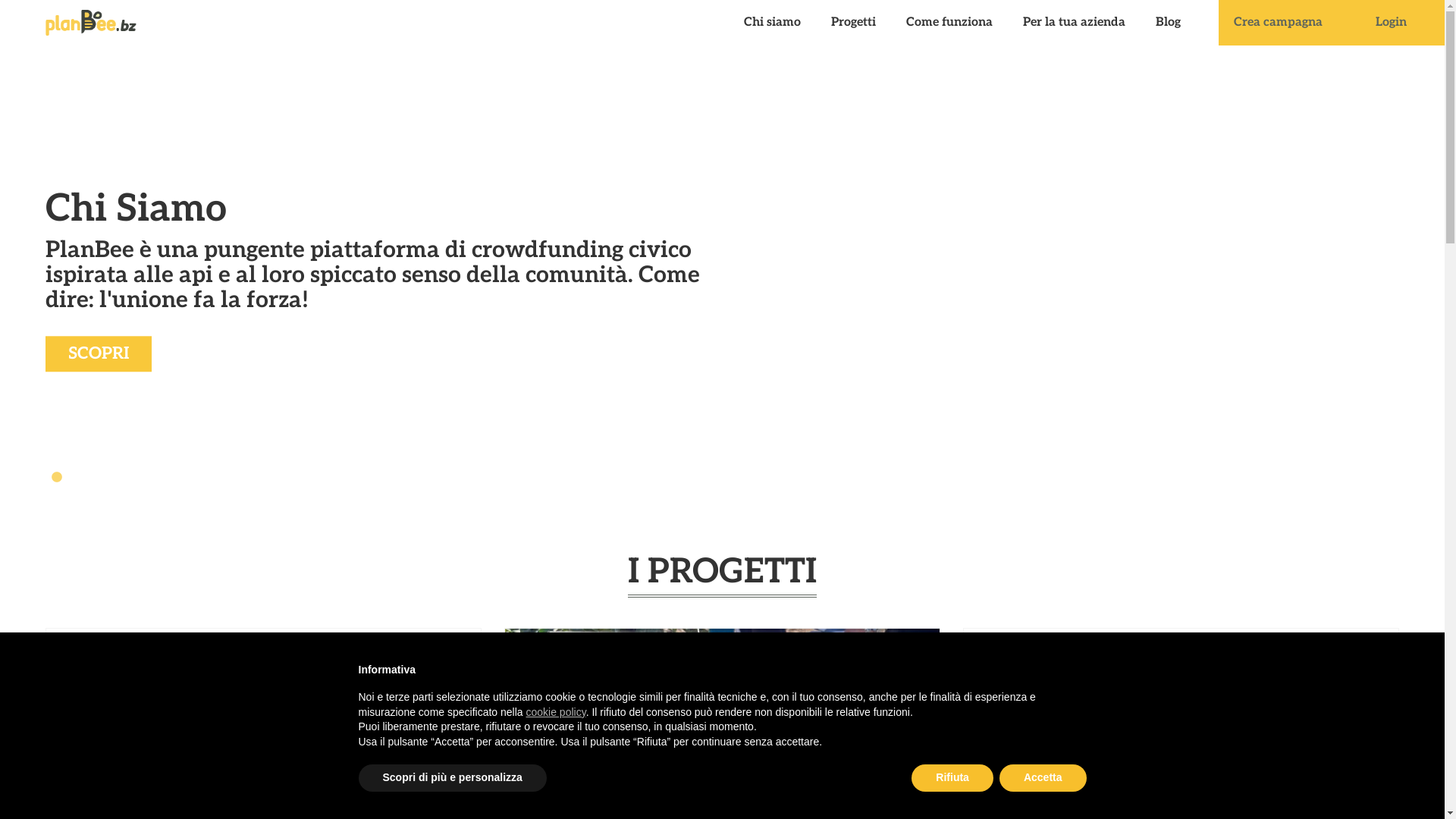 The image size is (1456, 819). I want to click on 'Login', so click(1391, 23).